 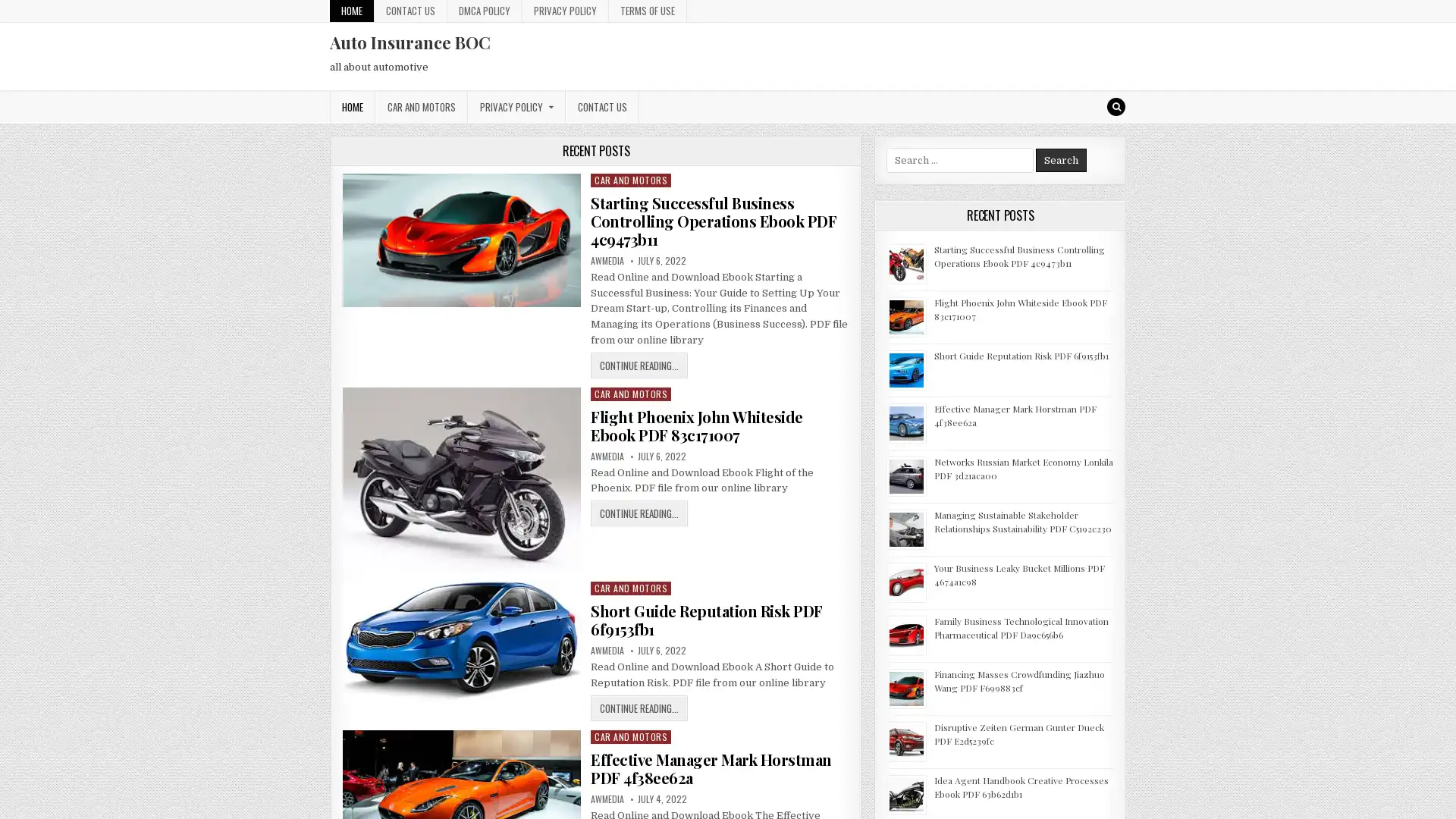 What do you see at coordinates (1060, 160) in the screenshot?
I see `Search` at bounding box center [1060, 160].